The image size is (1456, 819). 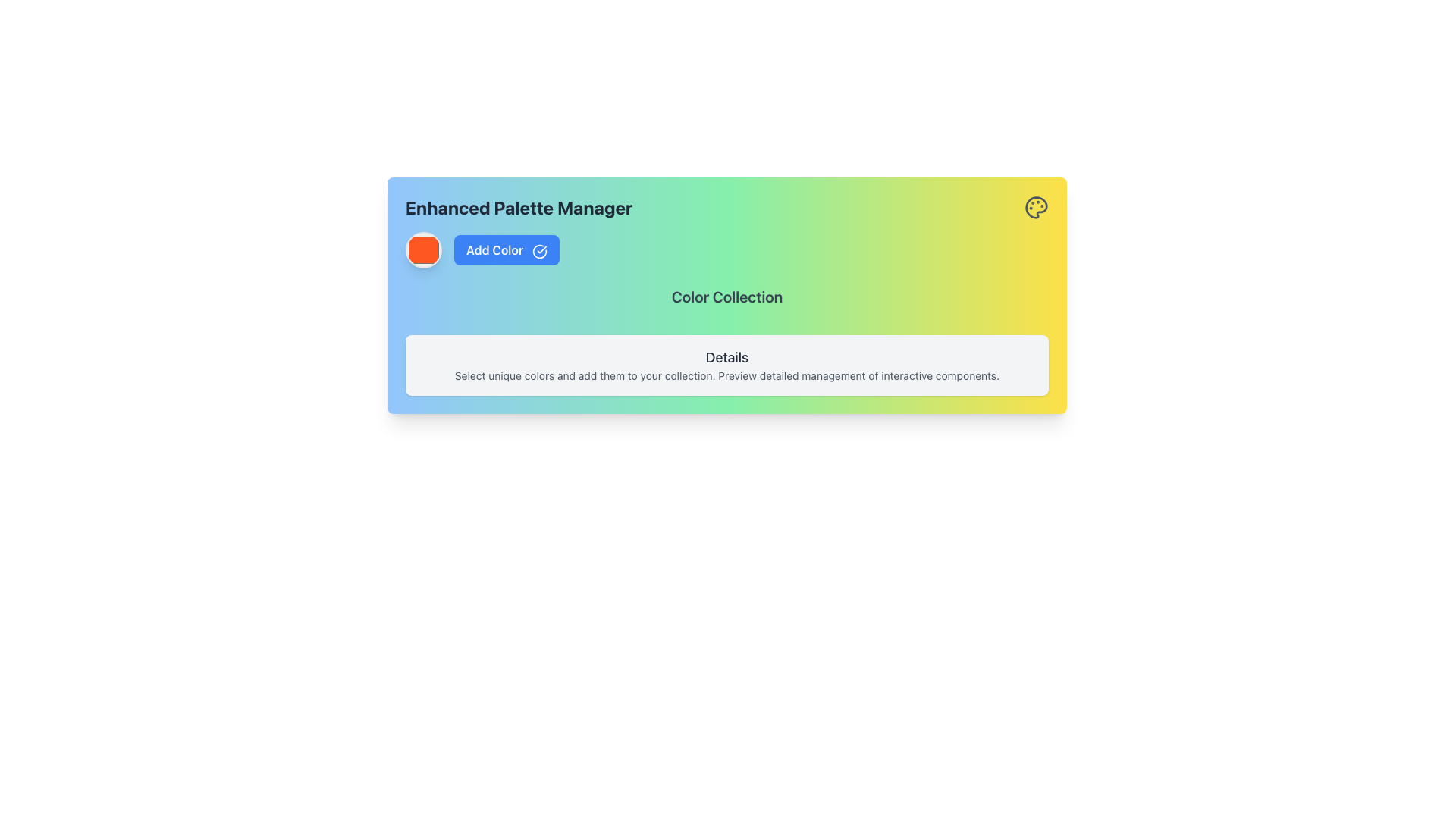 What do you see at coordinates (540, 250) in the screenshot?
I see `the decorative SVG icon indicating a successful or enabled state for the 'Add Color' button, located to the right of the text label within the button` at bounding box center [540, 250].